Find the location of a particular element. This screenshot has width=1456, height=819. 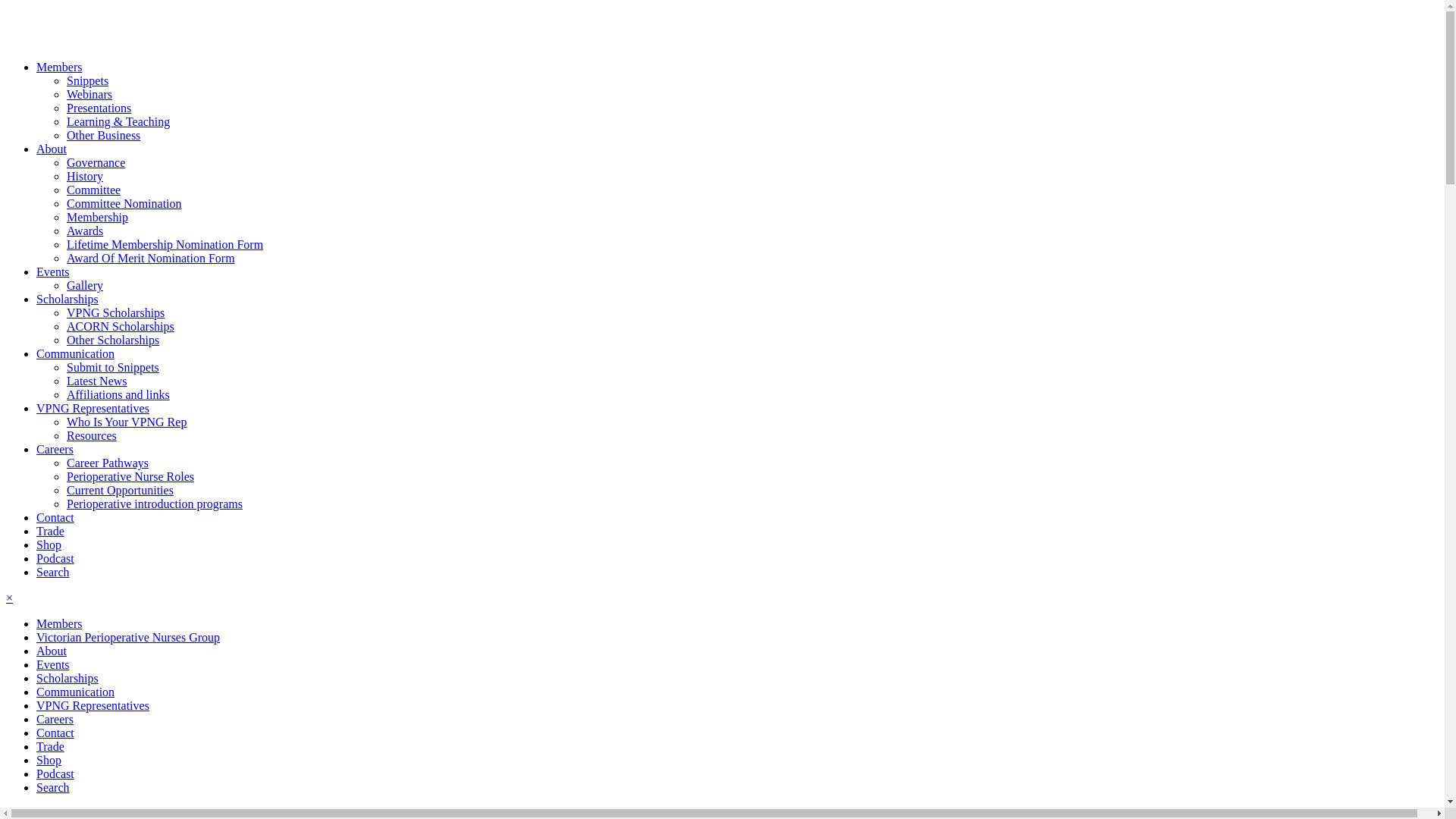

'Committee Nomination' is located at coordinates (124, 202).